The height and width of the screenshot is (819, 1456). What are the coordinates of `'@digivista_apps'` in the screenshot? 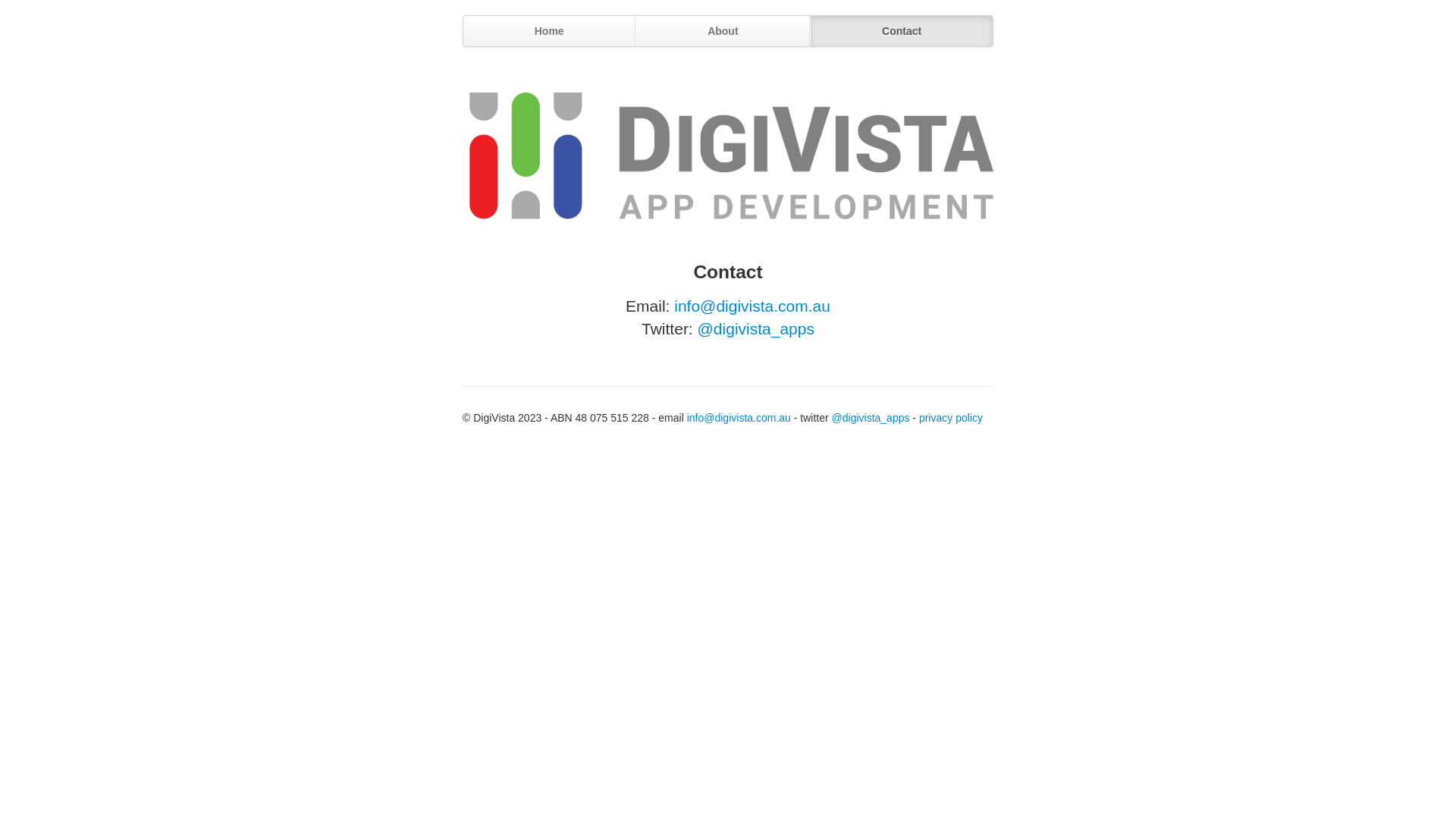 It's located at (756, 328).